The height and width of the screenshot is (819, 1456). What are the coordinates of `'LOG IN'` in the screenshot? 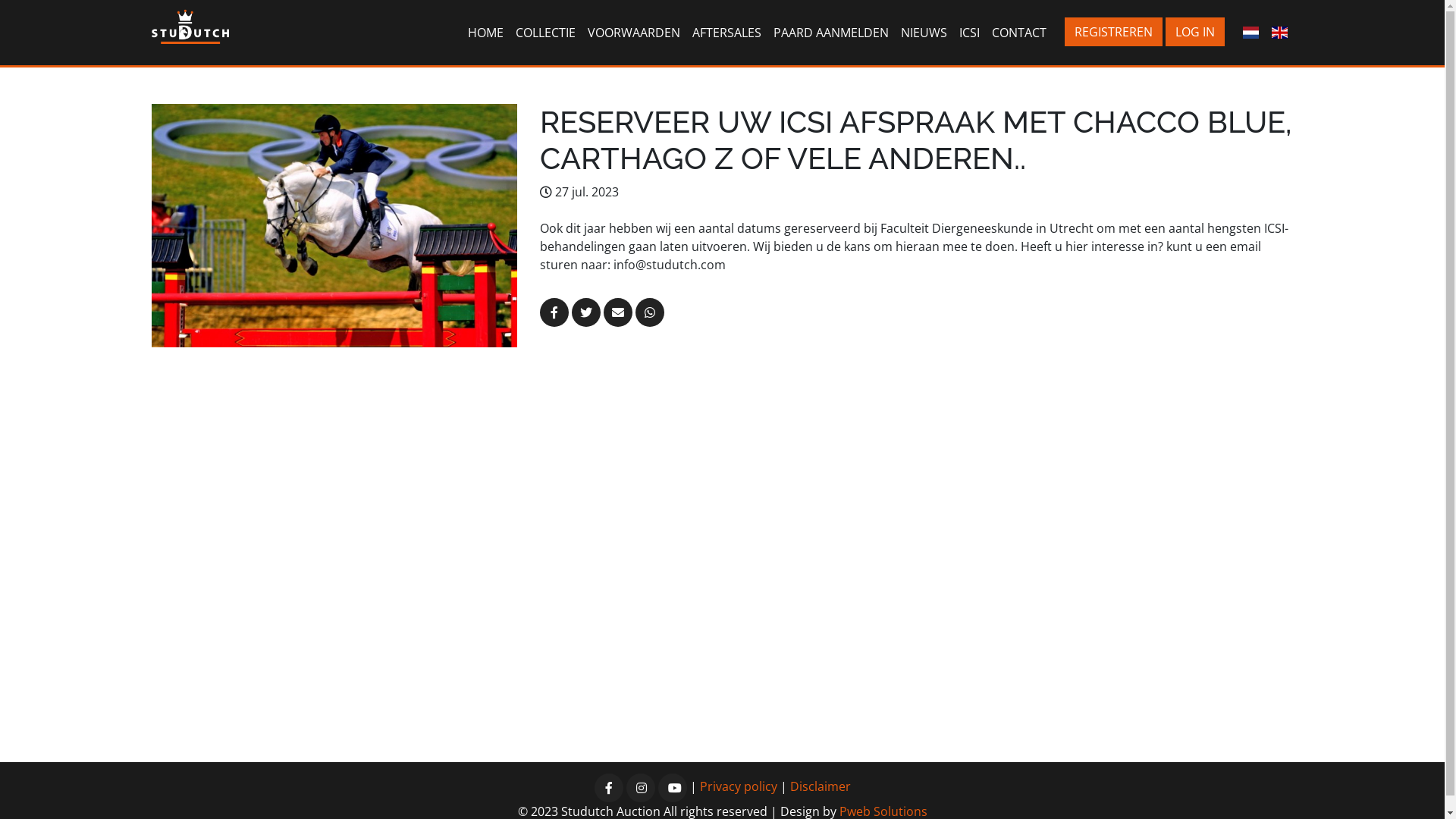 It's located at (1194, 32).